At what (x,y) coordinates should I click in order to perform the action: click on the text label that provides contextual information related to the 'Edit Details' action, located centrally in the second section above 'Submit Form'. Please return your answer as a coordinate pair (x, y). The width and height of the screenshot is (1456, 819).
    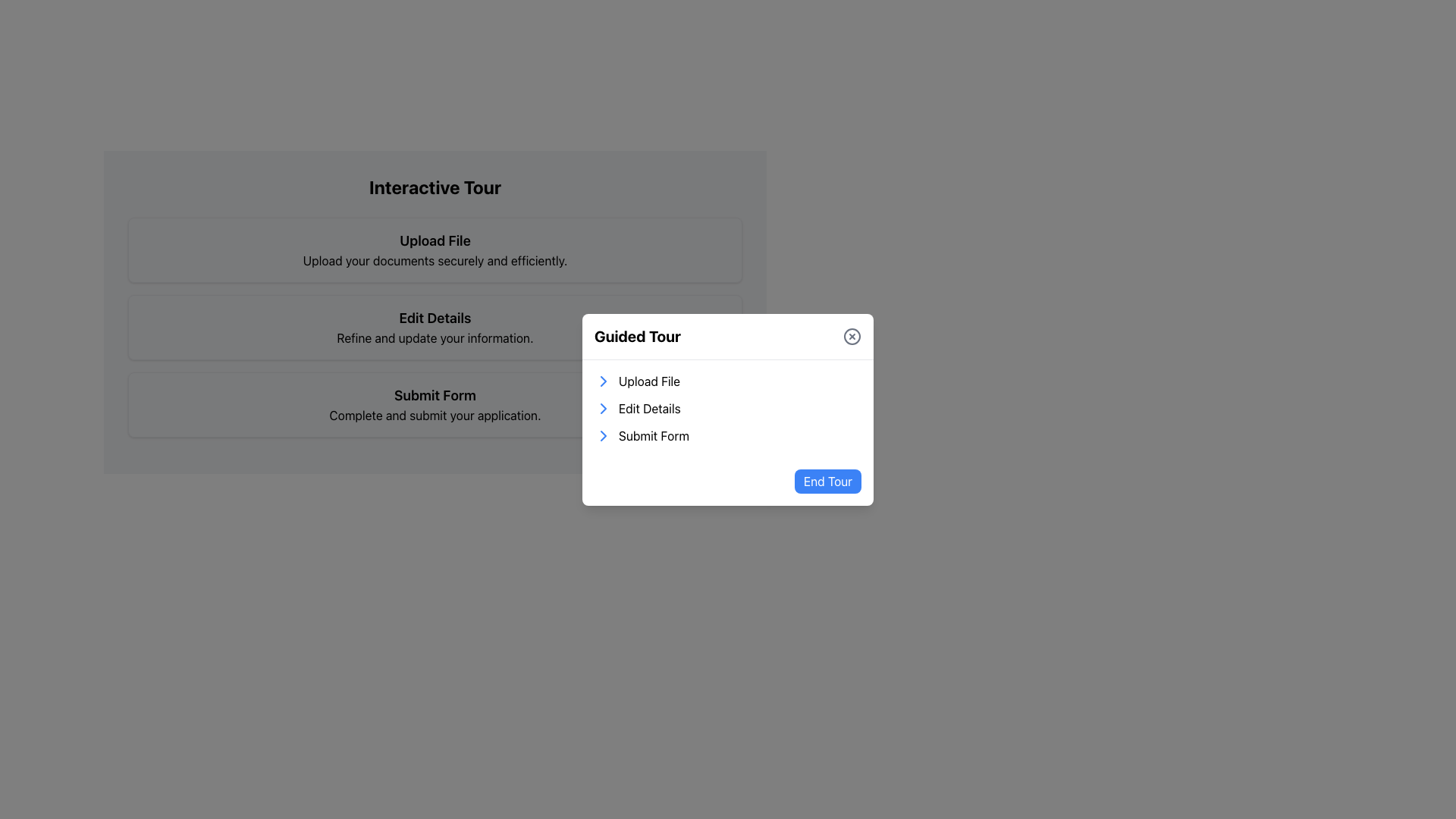
    Looking at the image, I should click on (435, 337).